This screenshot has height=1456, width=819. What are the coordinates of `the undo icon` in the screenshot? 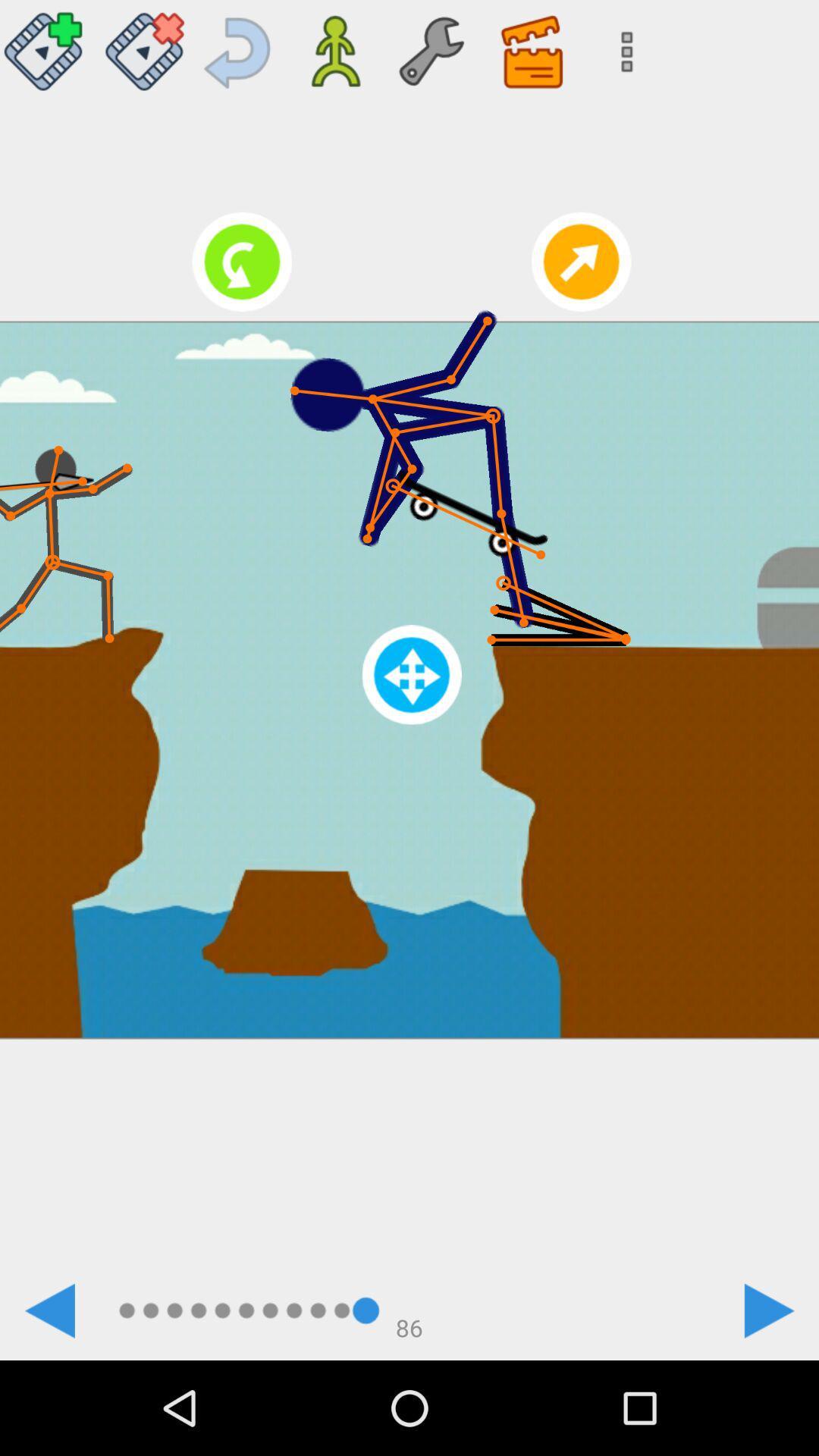 It's located at (239, 45).